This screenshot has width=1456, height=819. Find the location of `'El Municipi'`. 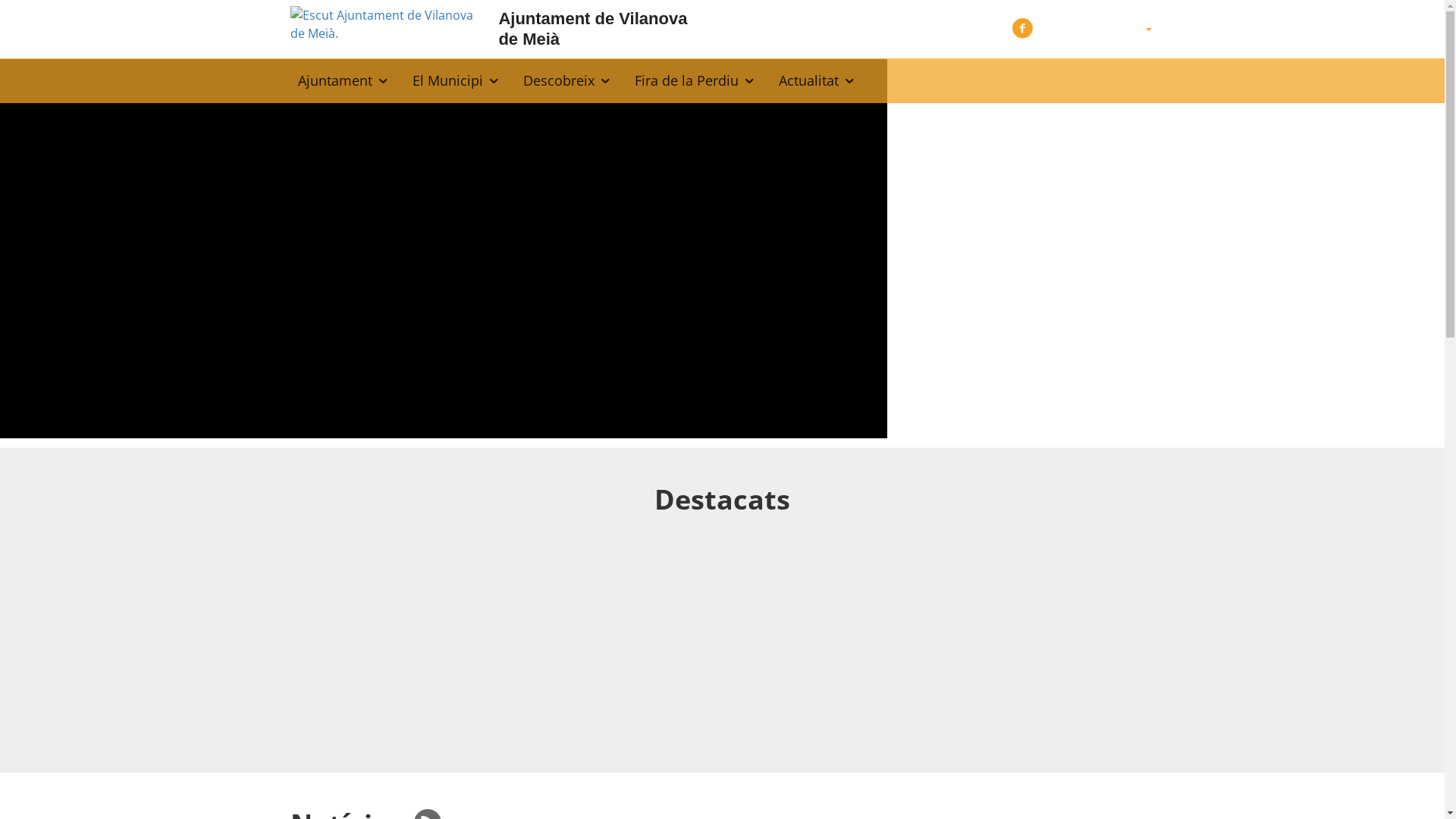

'El Municipi' is located at coordinates (455, 80).